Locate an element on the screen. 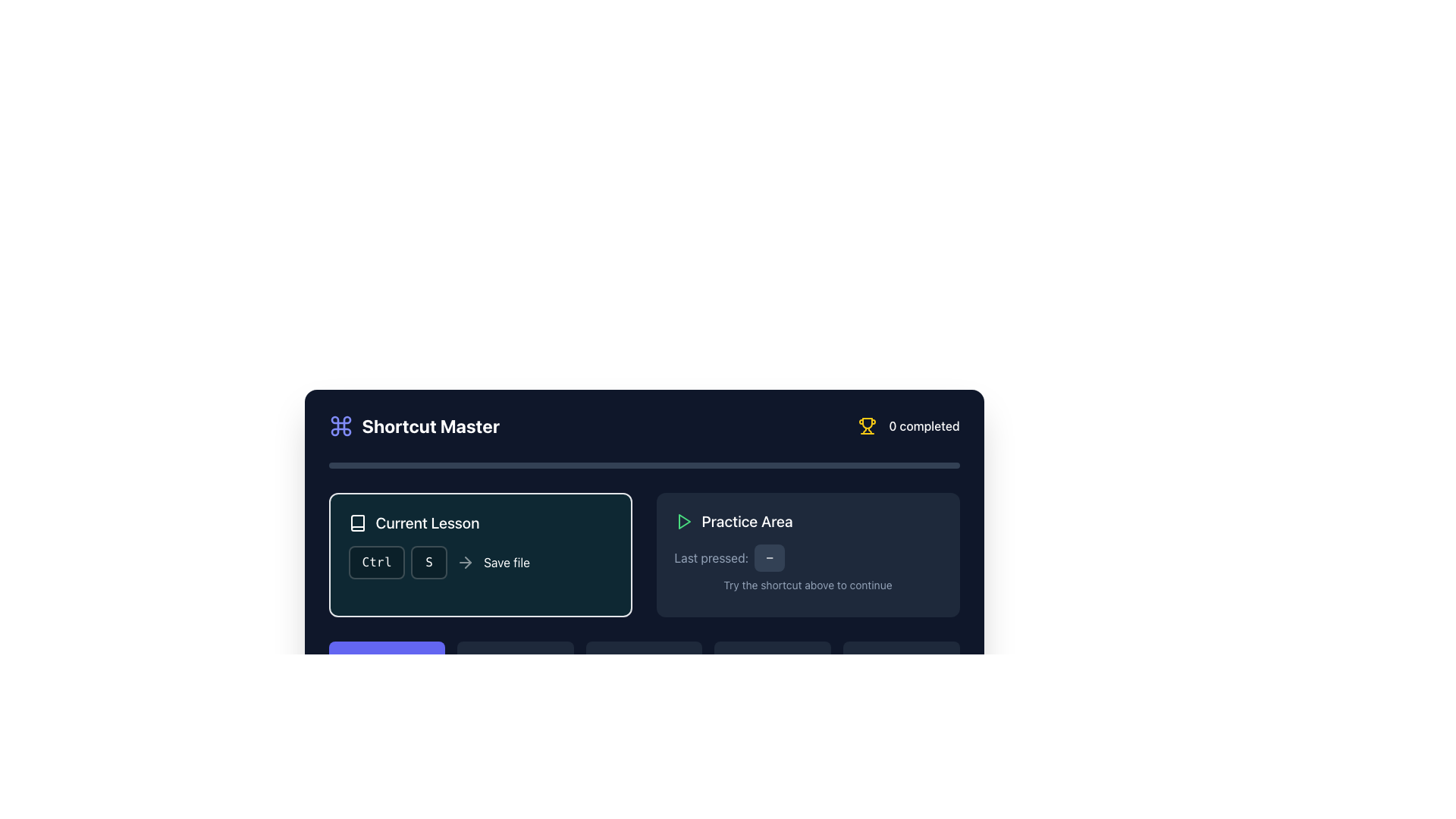  the static text label displaying 'Last pressed:' in light gray color, located near the center-right of the interface, just to the left of the button-like element with a hyphen ('-') is located at coordinates (711, 558).